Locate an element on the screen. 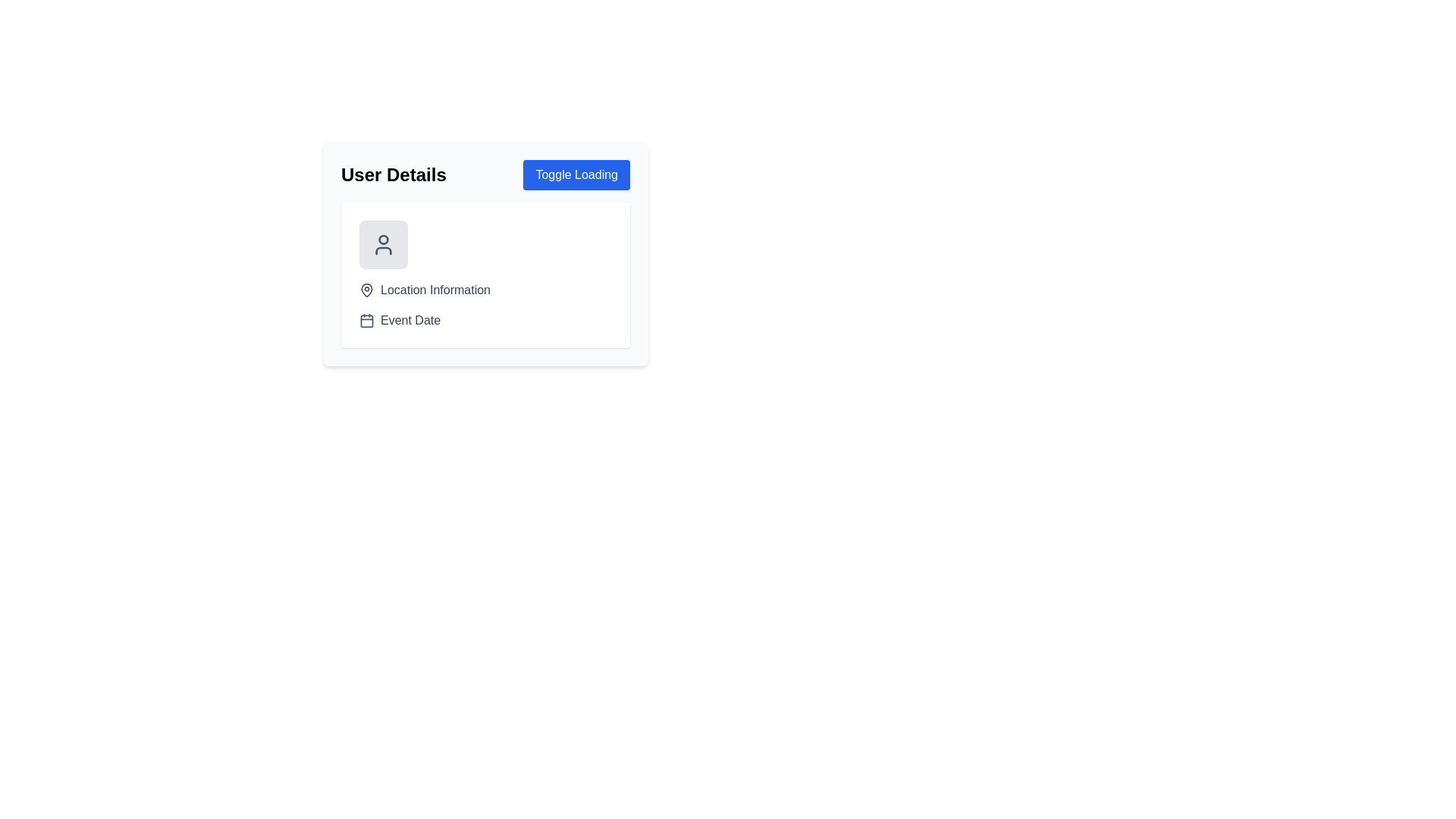  the location icon that represents mapping or geolocation, situated to the left of the text 'Location Information' is located at coordinates (367, 290).